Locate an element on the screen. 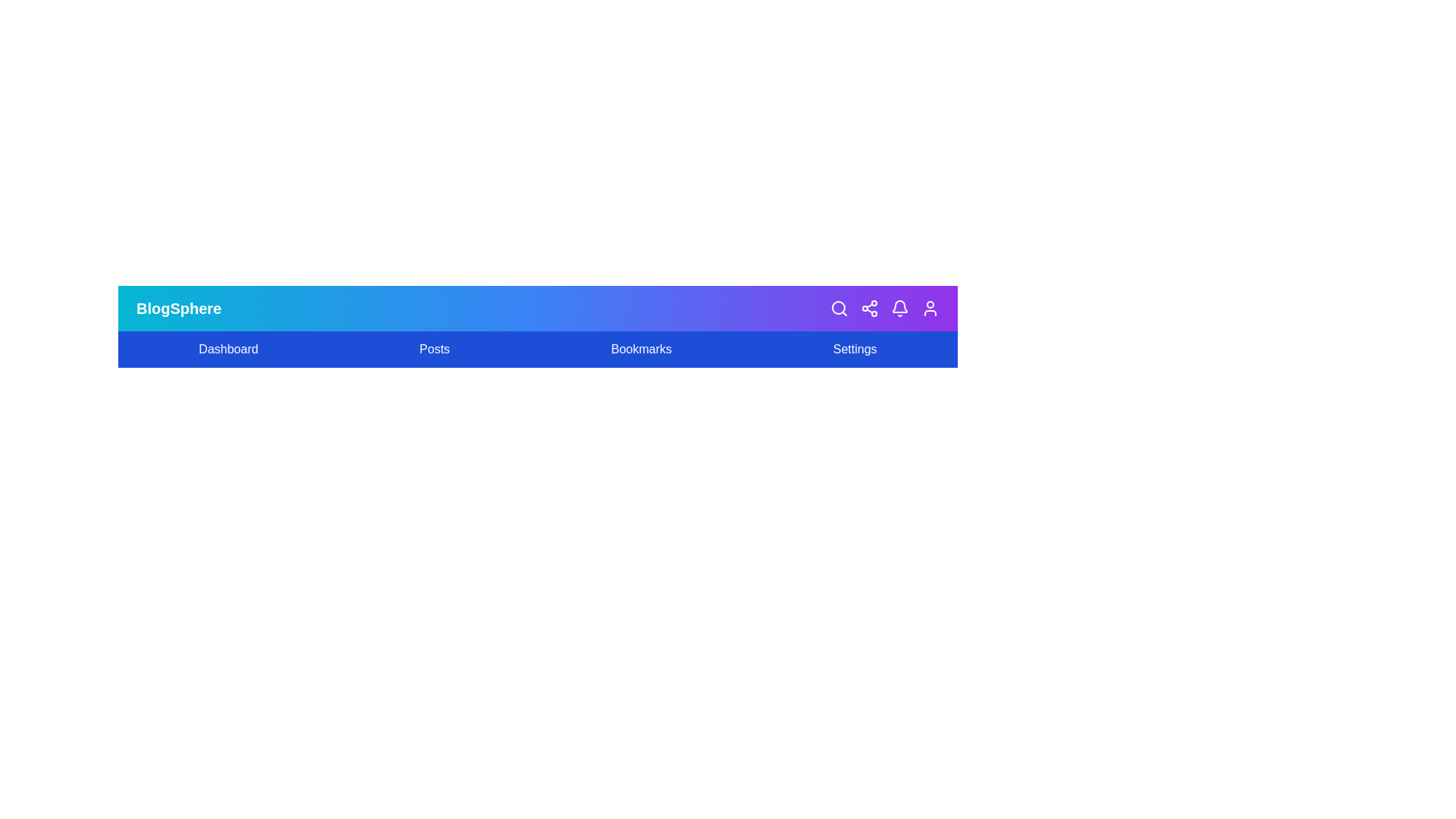  the search icon to initiate a search action is located at coordinates (839, 308).